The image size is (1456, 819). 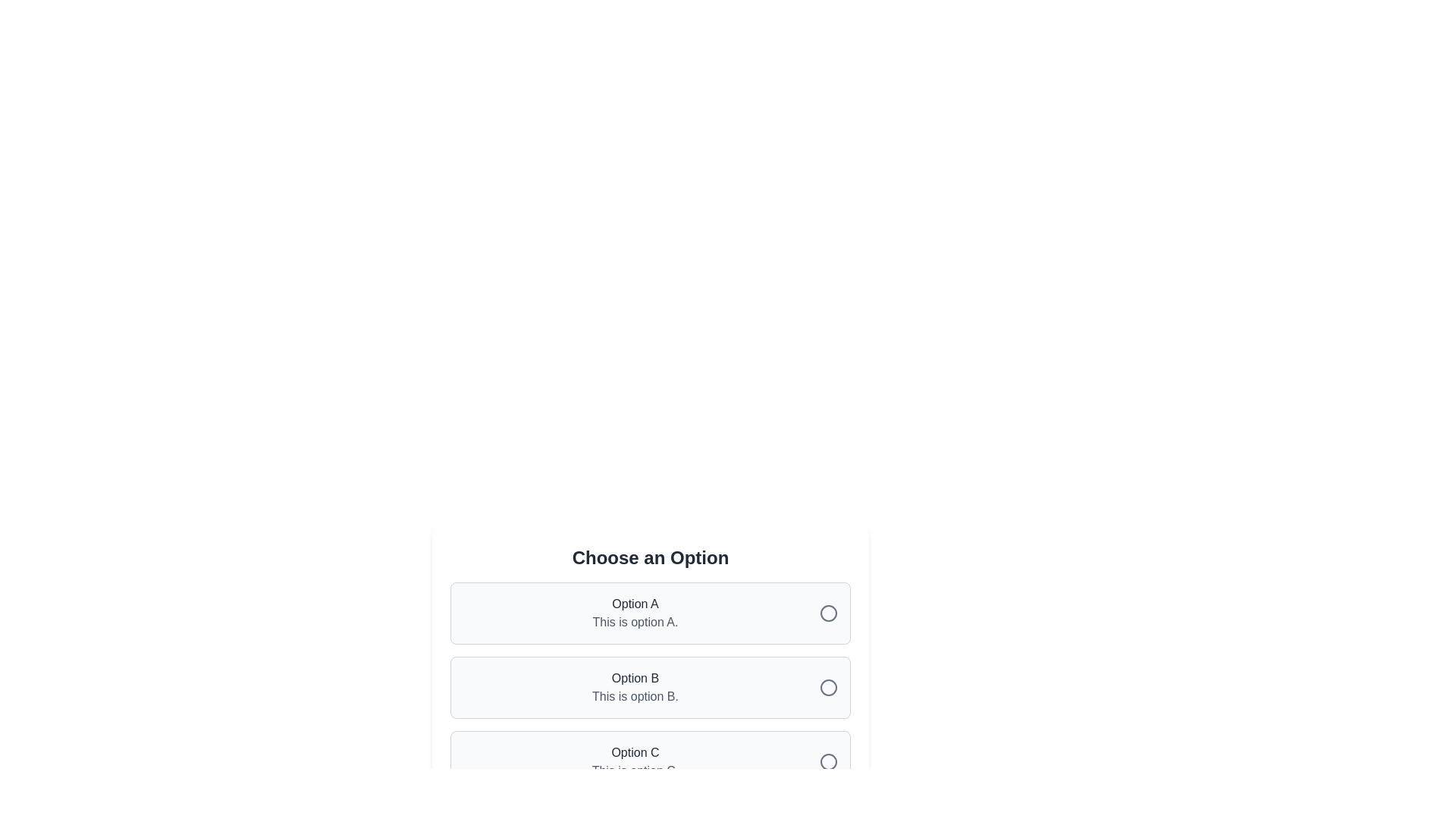 What do you see at coordinates (635, 752) in the screenshot?
I see `the static text label element displaying 'Option C', which is styled with medium font weight and dark gray color, located at the top of the section representing 'Option C'` at bounding box center [635, 752].